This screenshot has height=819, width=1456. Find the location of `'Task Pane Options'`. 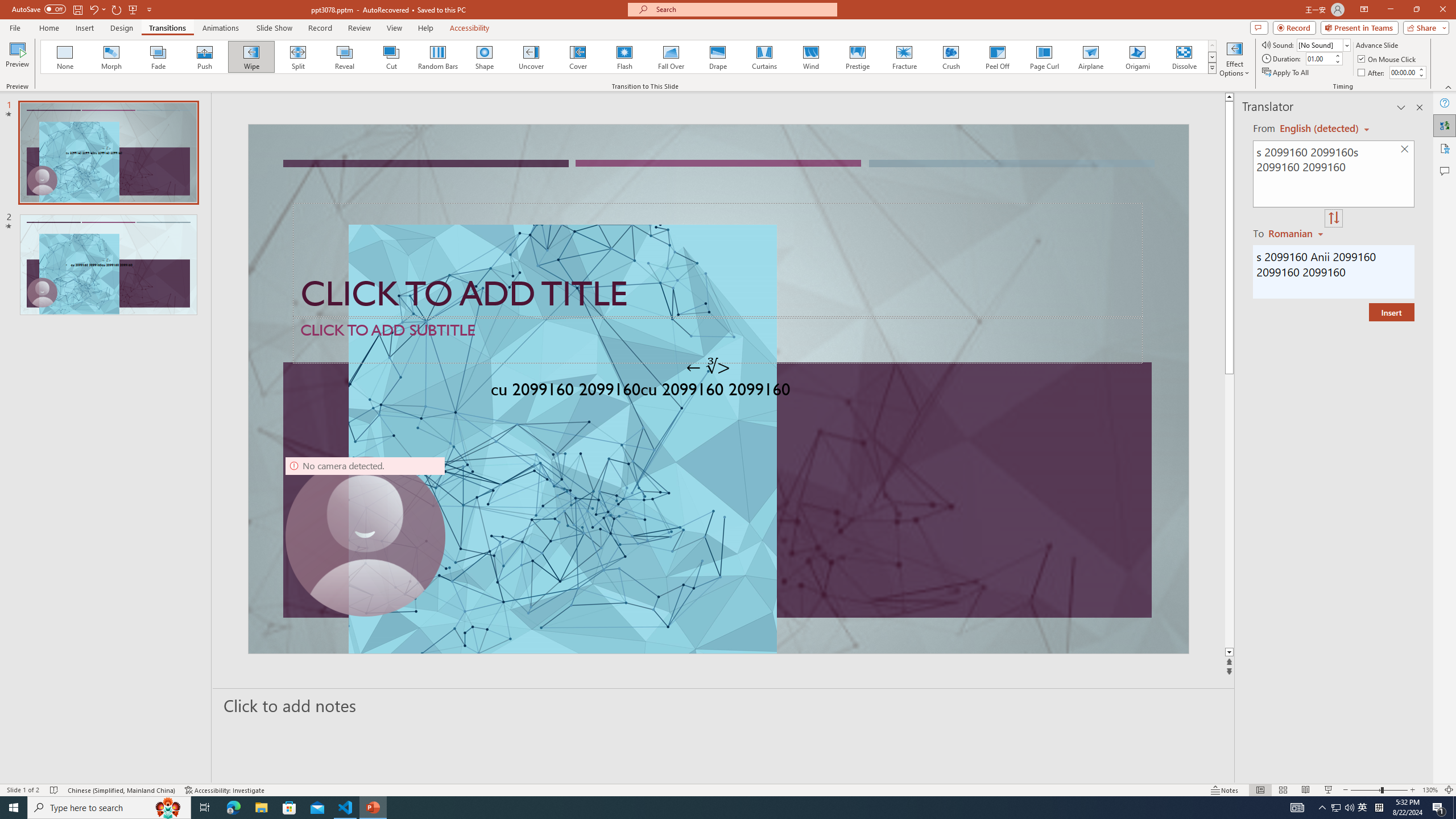

'Task Pane Options' is located at coordinates (1401, 107).